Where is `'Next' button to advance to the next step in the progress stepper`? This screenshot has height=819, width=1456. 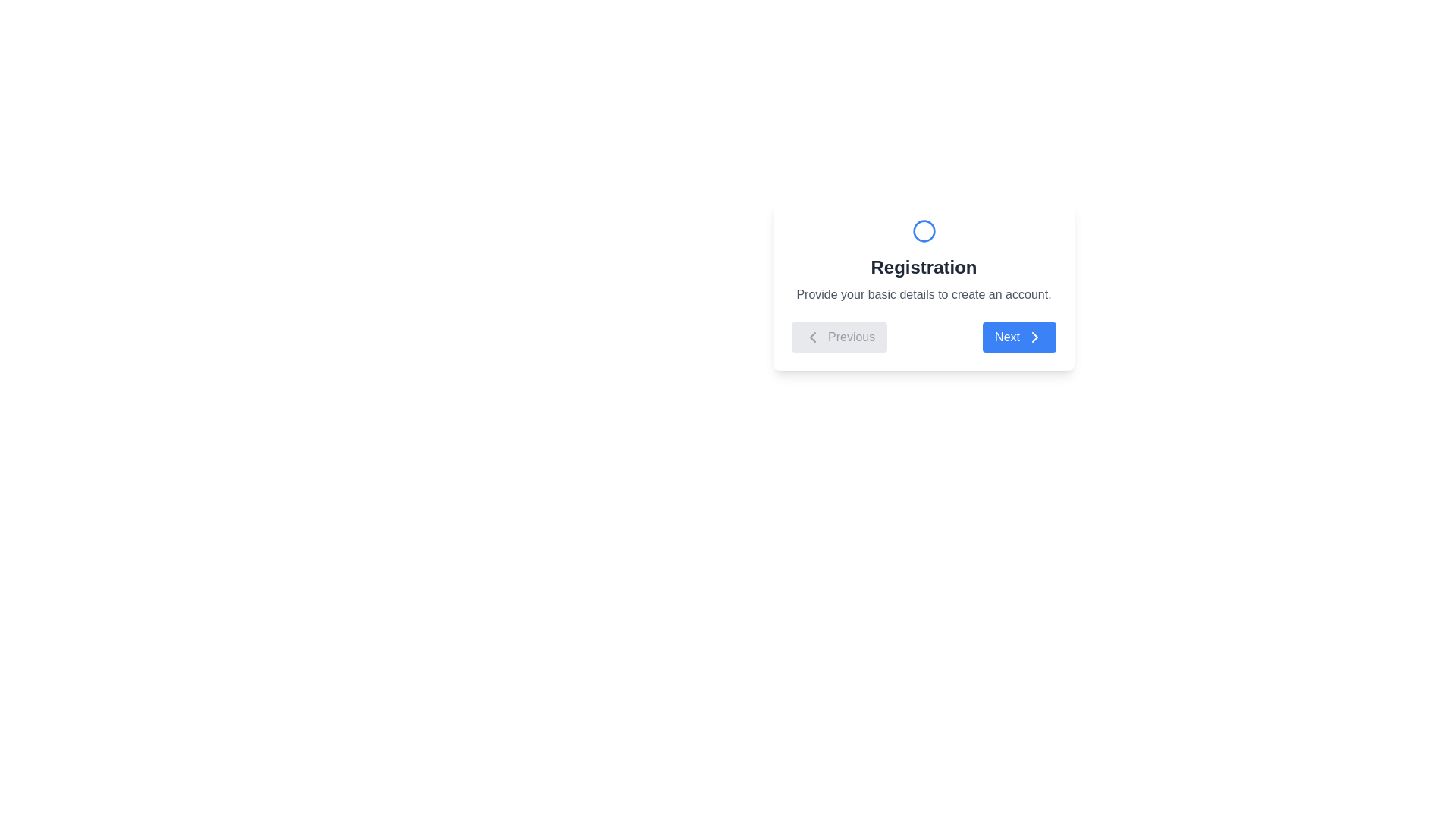
'Next' button to advance to the next step in the progress stepper is located at coordinates (1019, 336).